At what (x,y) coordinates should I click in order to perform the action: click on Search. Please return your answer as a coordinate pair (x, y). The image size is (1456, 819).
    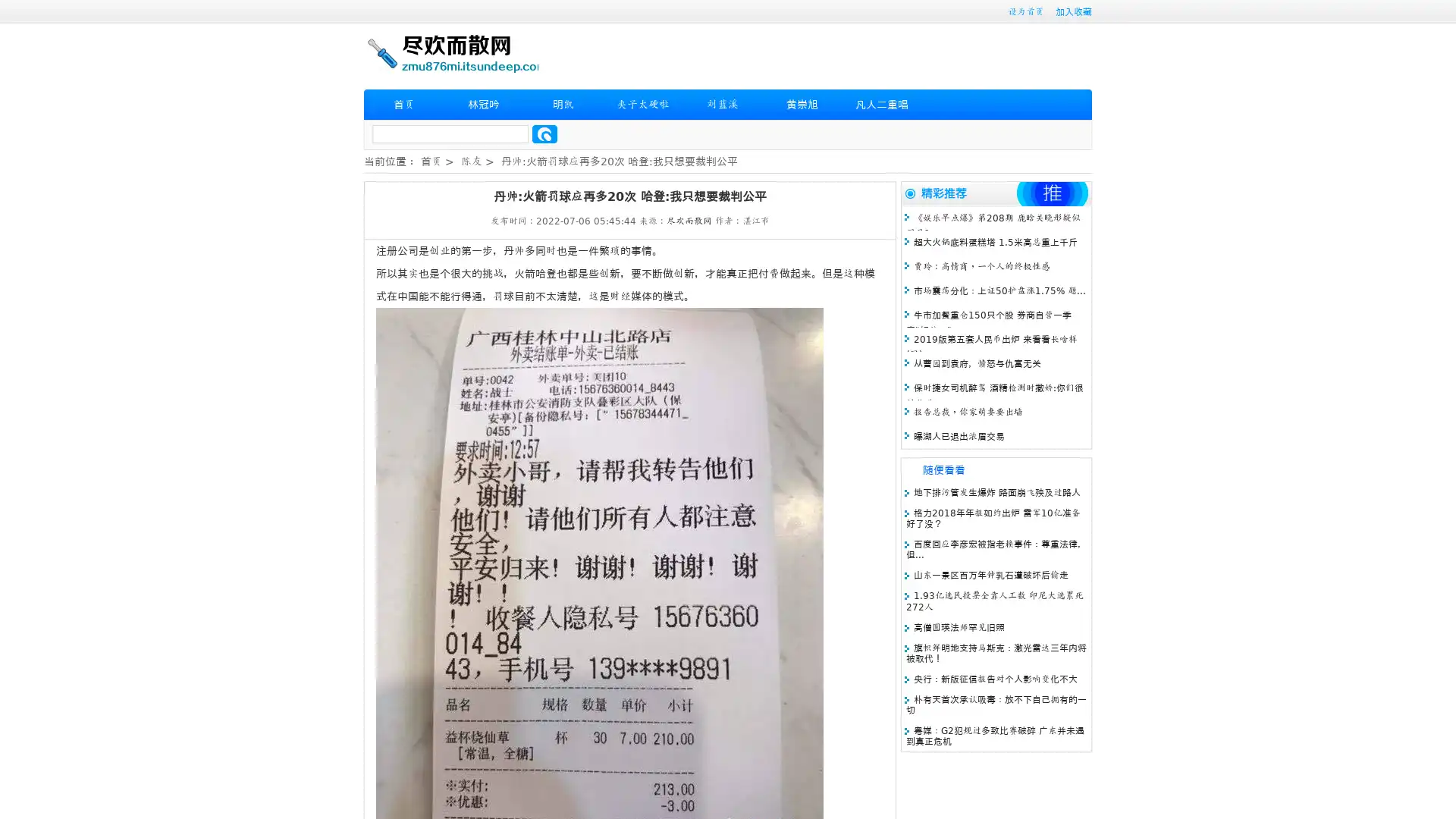
    Looking at the image, I should click on (544, 133).